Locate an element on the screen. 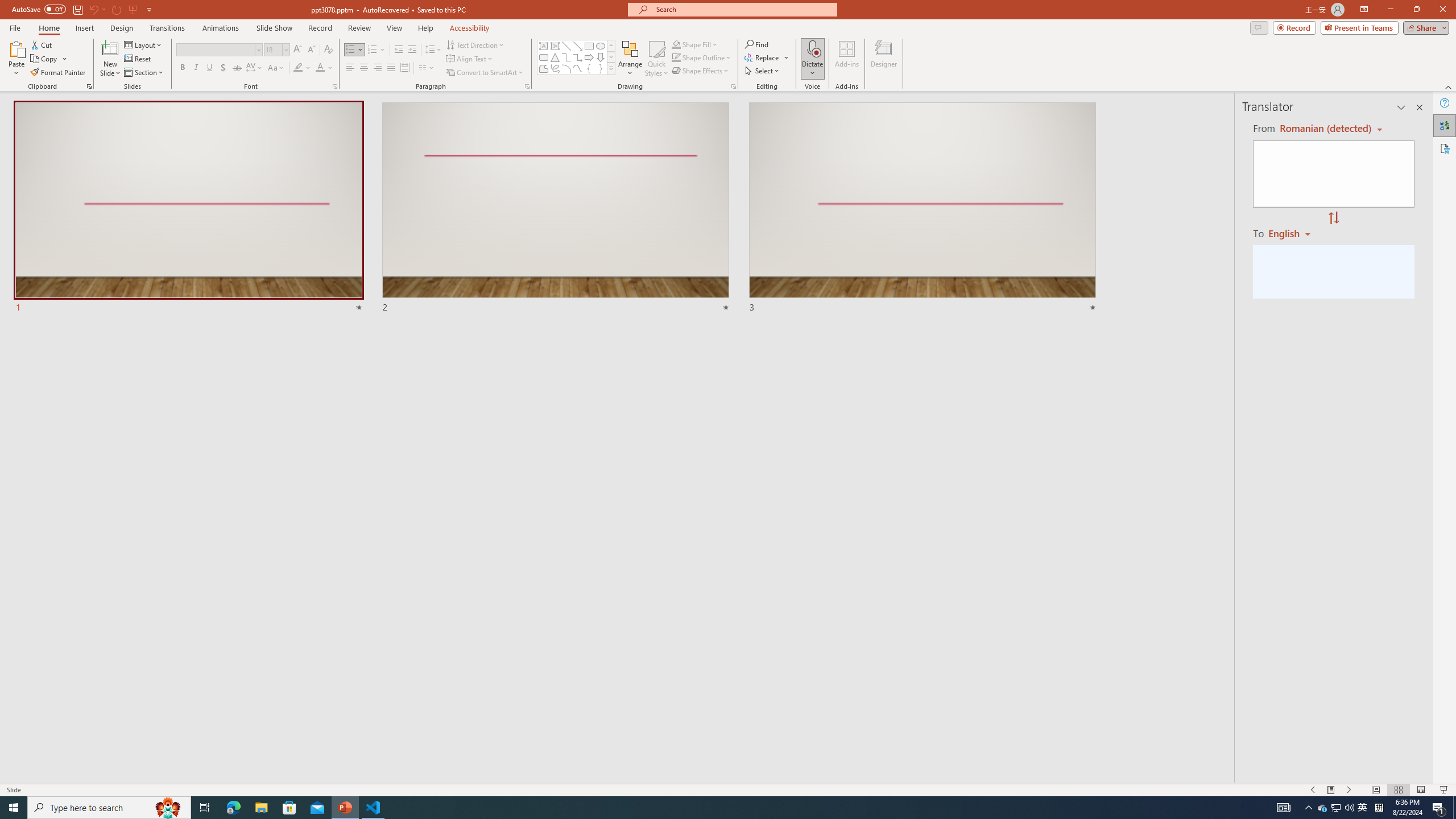 The height and width of the screenshot is (819, 1456). 'Decrease Indent' is located at coordinates (399, 49).